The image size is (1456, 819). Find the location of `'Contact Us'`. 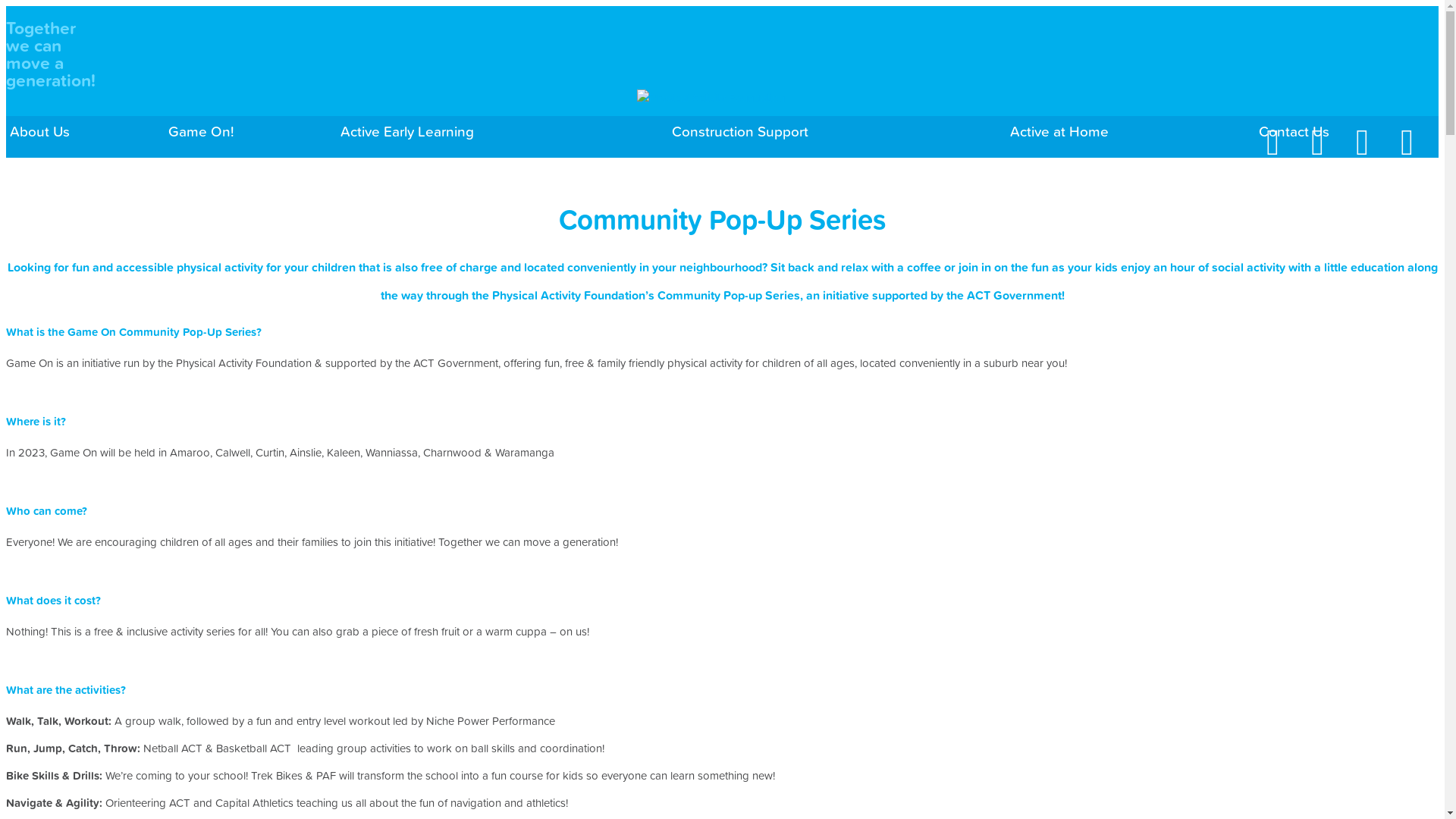

'Contact Us' is located at coordinates (1255, 130).